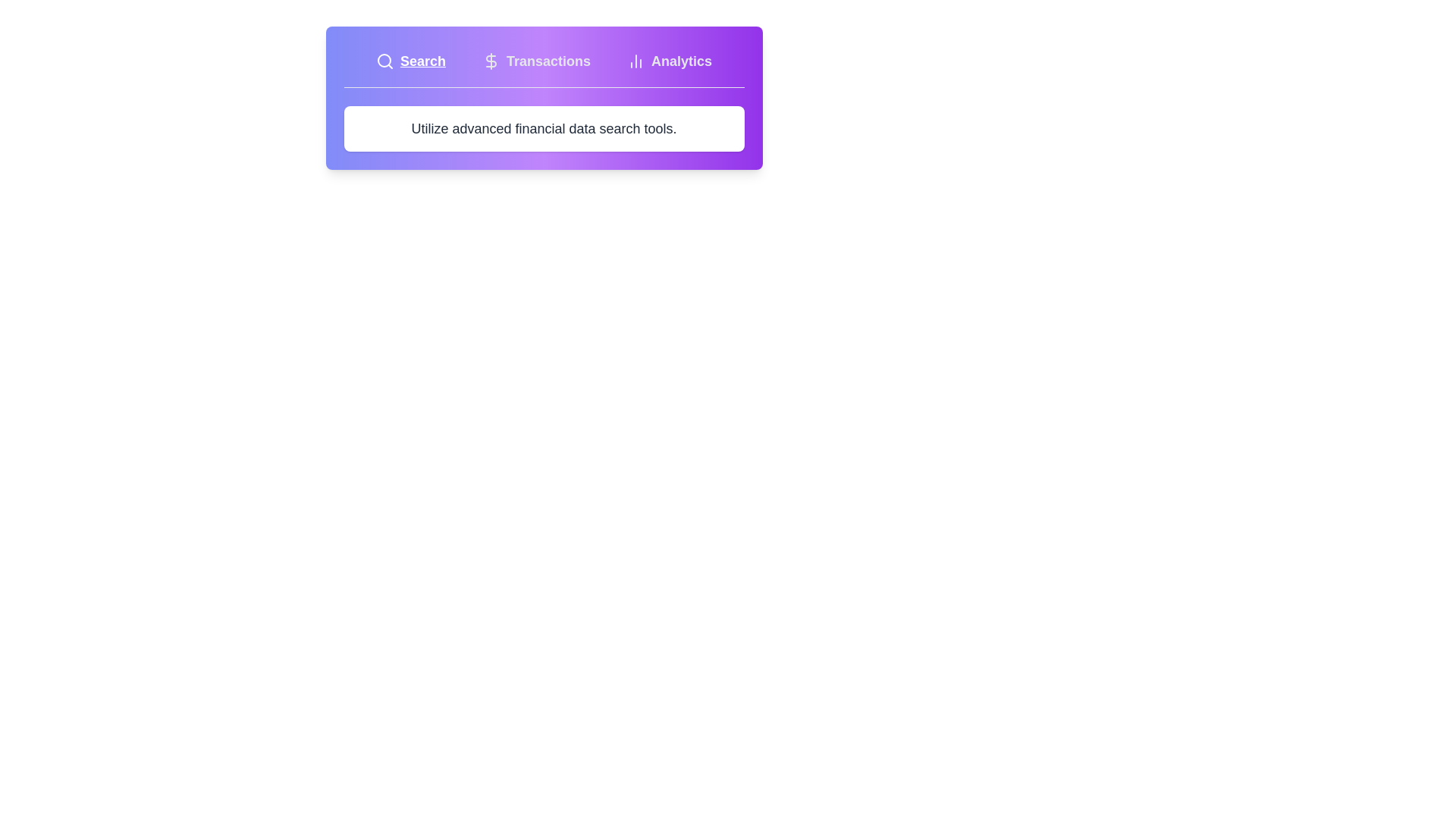 The image size is (1456, 819). What do you see at coordinates (669, 61) in the screenshot?
I see `the tab labeled Analytics to observe its visual effect` at bounding box center [669, 61].